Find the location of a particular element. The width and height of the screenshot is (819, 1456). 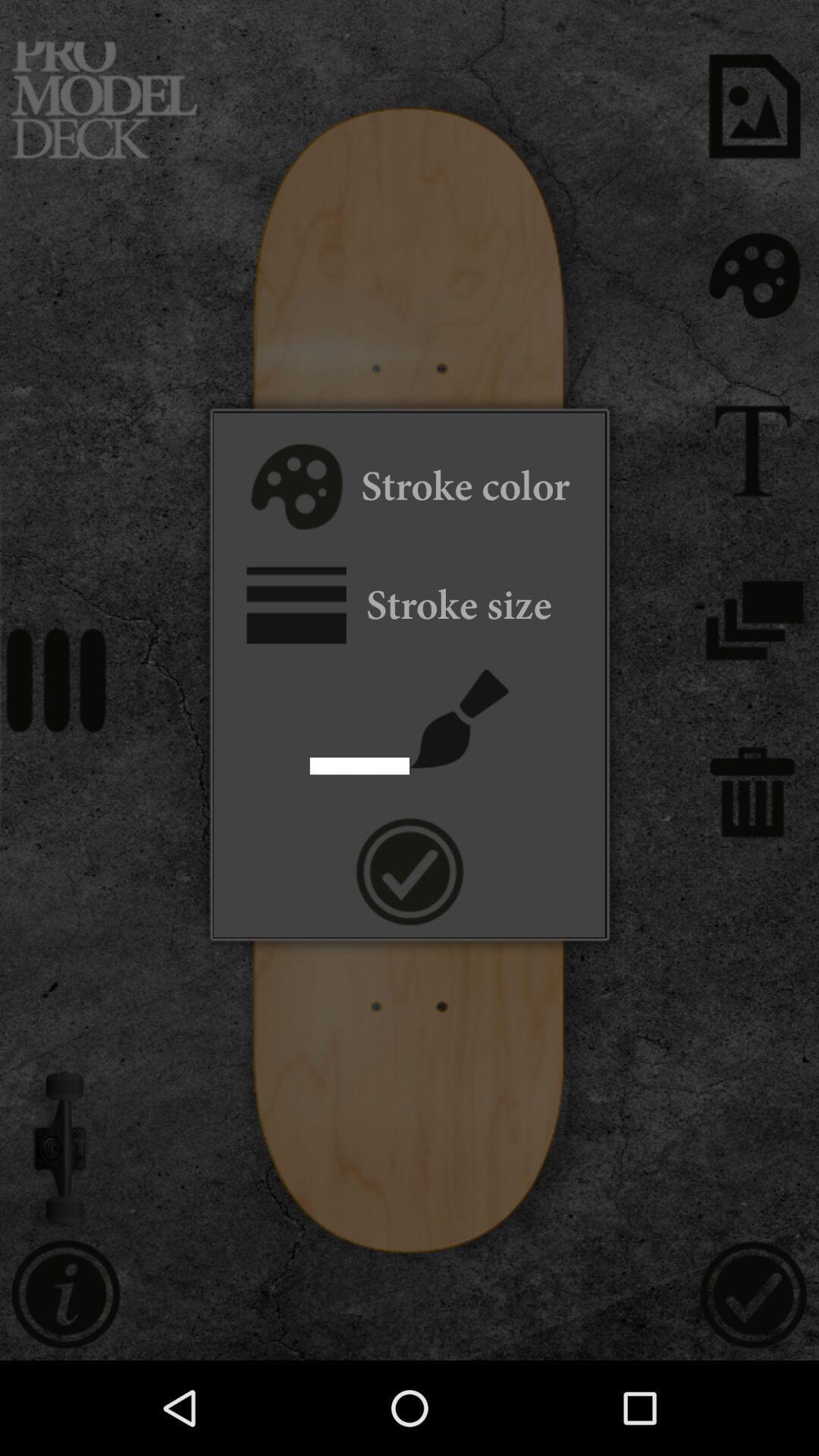

color is located at coordinates (294, 489).